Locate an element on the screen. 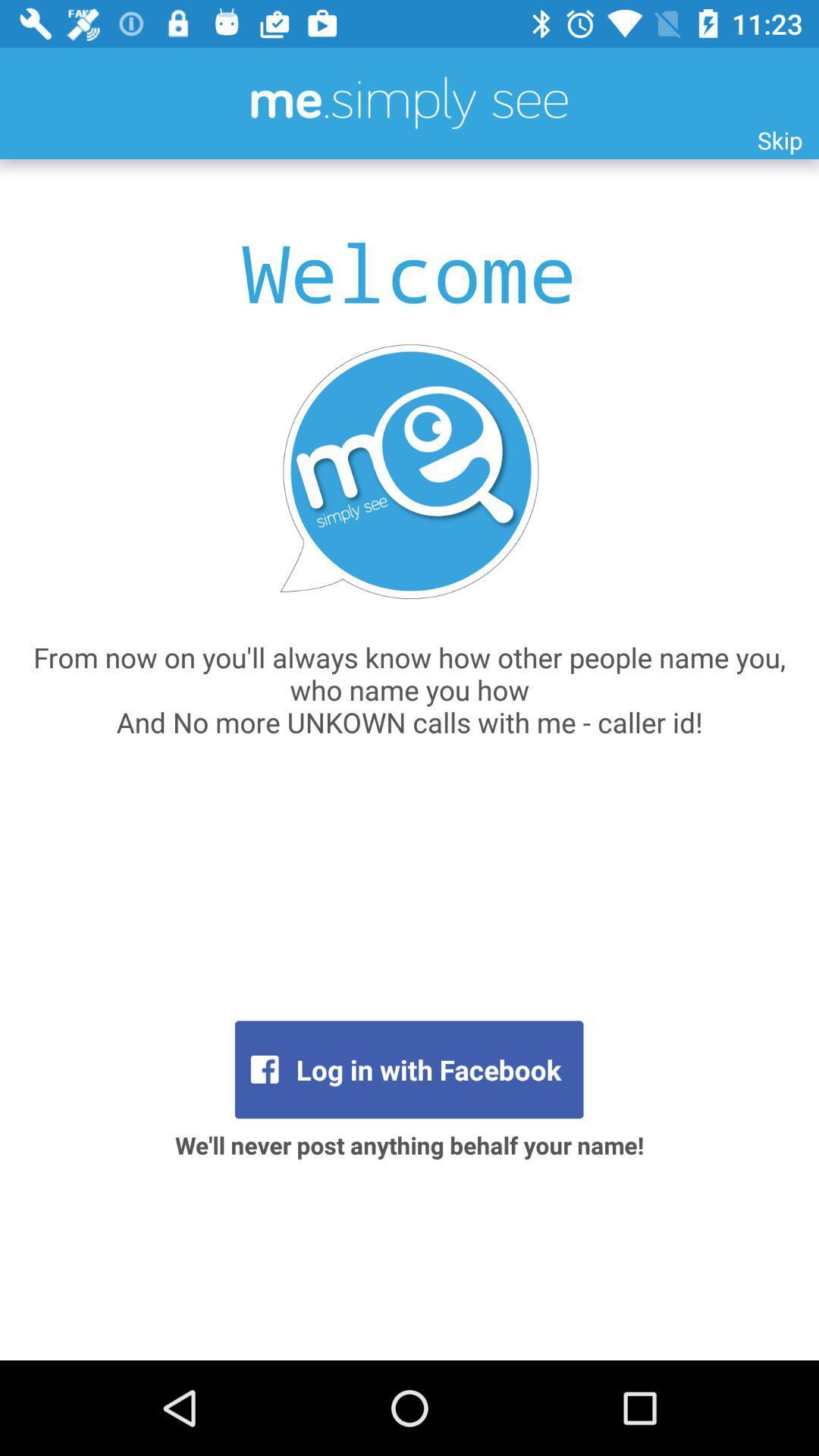 The width and height of the screenshot is (819, 1456). the item at the top right corner is located at coordinates (780, 140).